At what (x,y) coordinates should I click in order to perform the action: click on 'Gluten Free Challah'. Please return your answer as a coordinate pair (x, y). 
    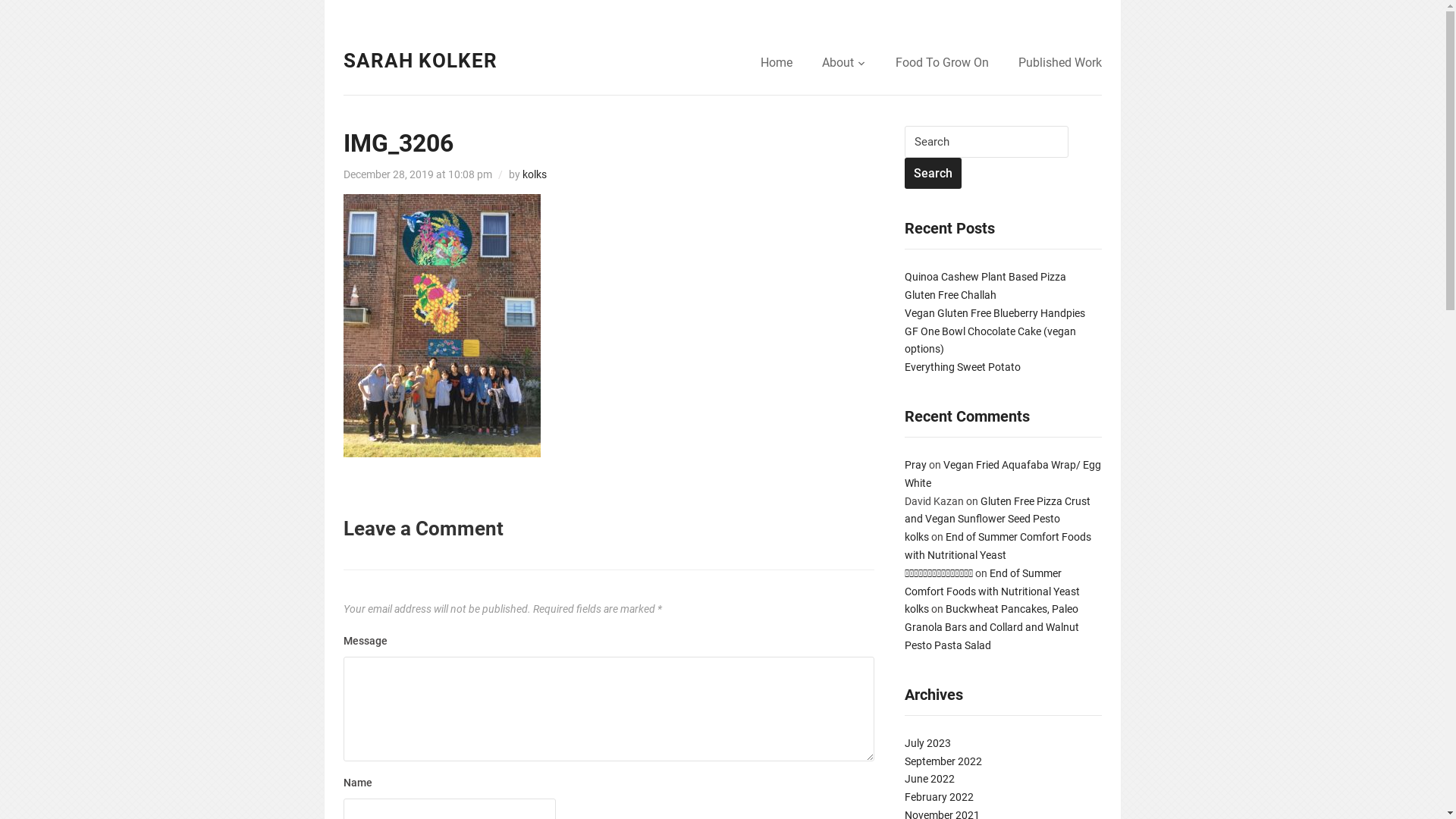
    Looking at the image, I should click on (949, 295).